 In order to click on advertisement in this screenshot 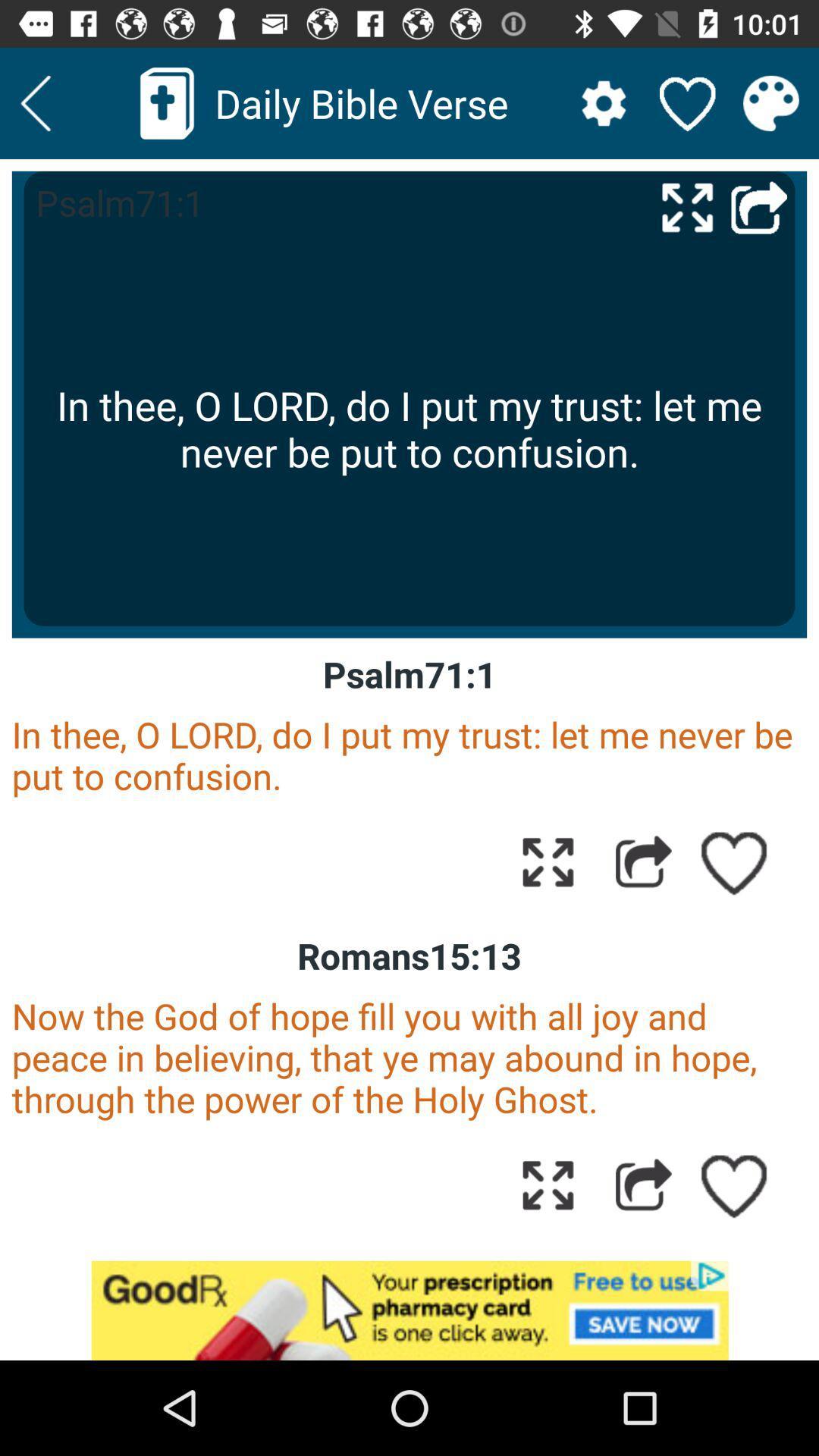, I will do `click(409, 1310)`.